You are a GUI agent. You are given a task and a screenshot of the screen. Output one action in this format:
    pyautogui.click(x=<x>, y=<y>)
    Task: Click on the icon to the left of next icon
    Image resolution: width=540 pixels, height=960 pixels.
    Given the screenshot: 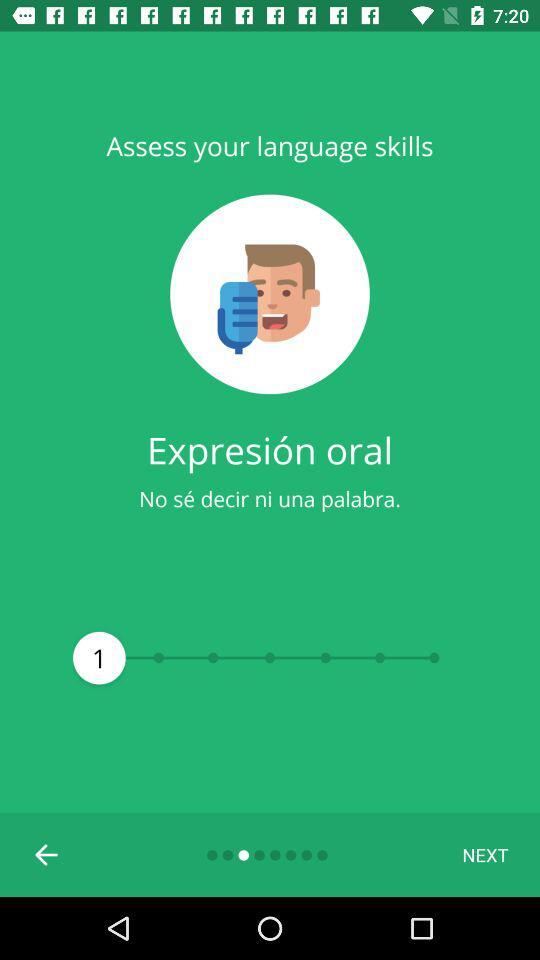 What is the action you would take?
    pyautogui.click(x=47, y=853)
    